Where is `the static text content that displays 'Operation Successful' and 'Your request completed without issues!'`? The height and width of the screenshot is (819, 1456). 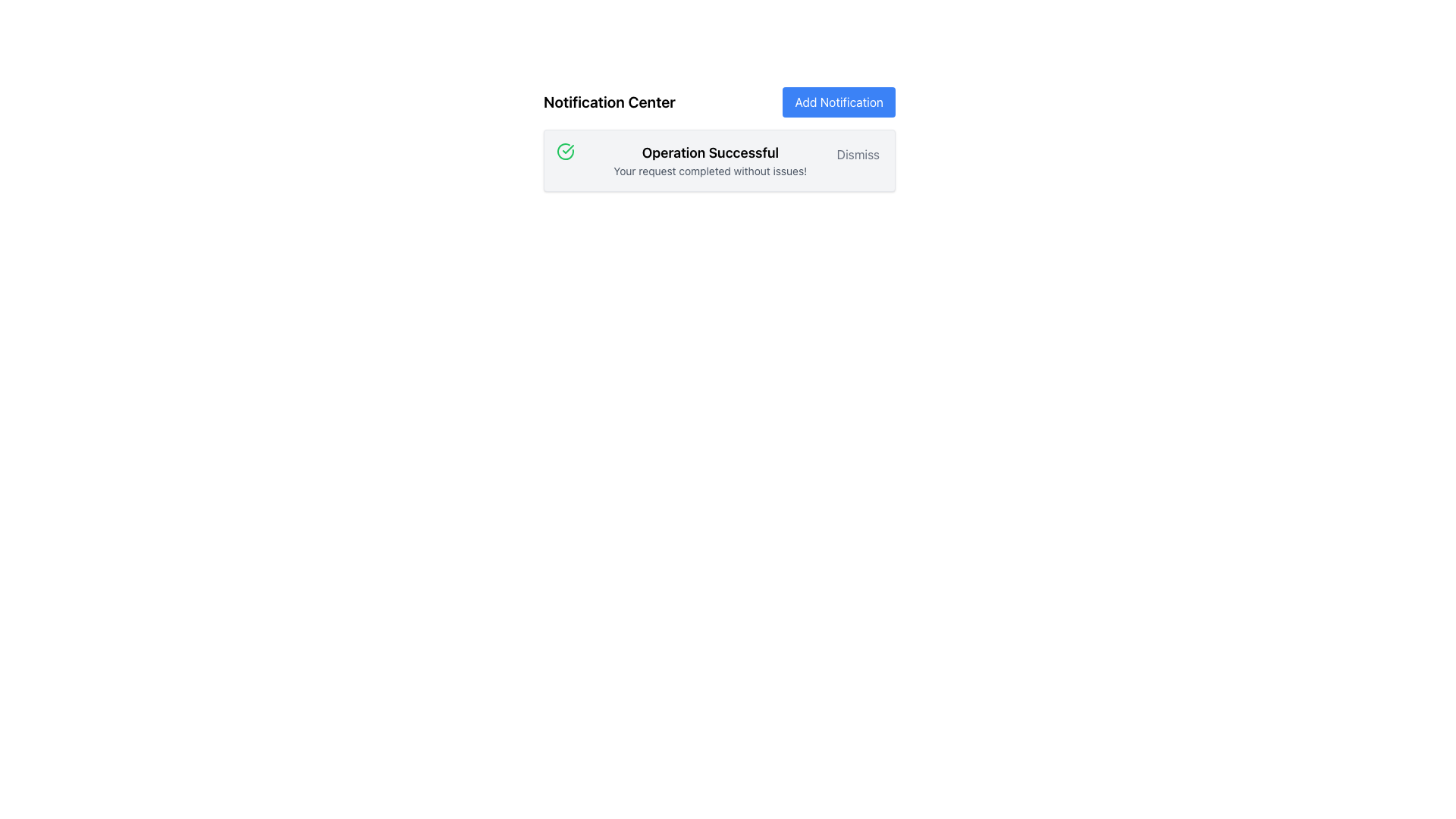 the static text content that displays 'Operation Successful' and 'Your request completed without issues!' is located at coordinates (709, 161).